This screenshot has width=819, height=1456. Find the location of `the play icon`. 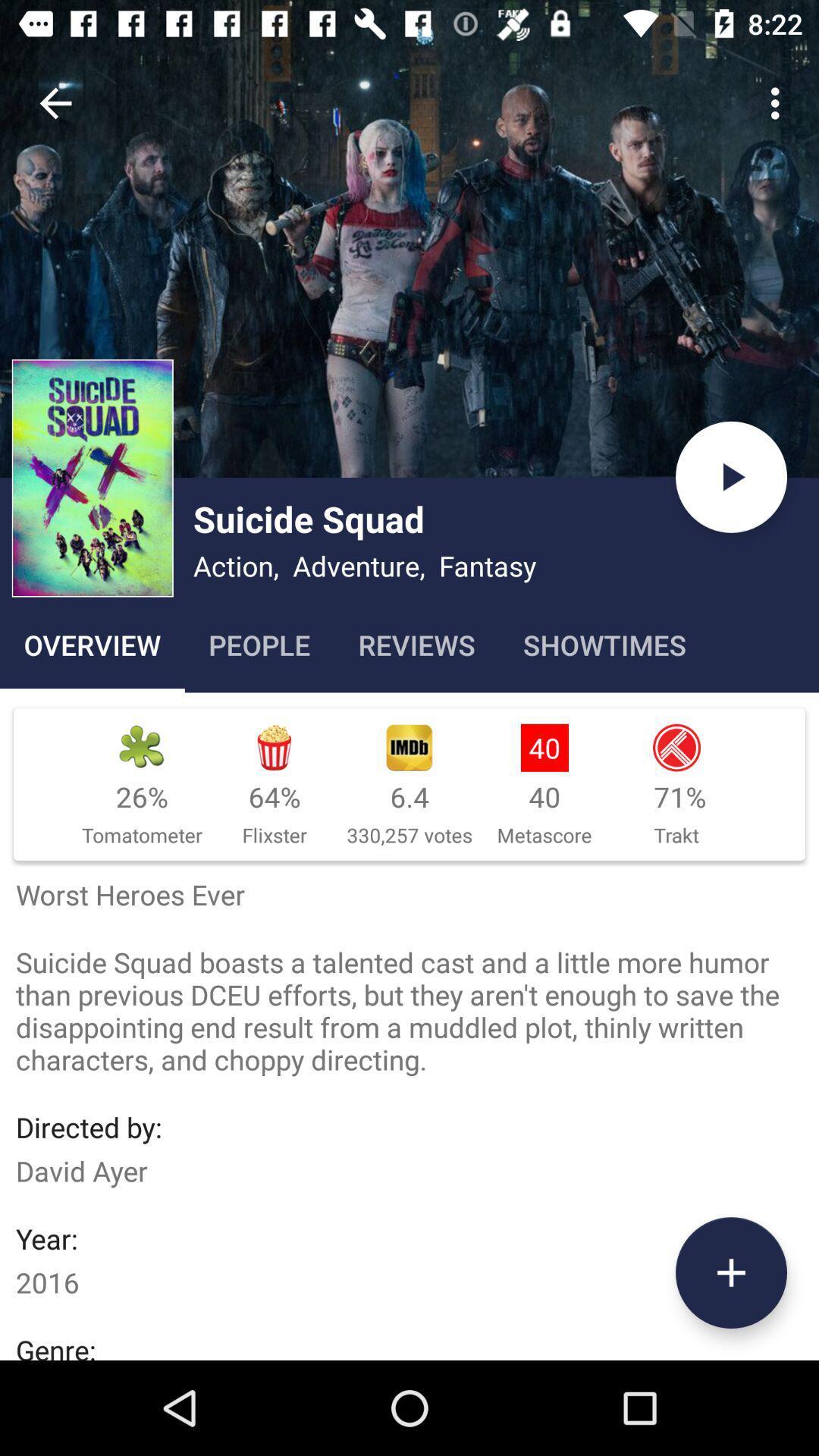

the play icon is located at coordinates (730, 476).